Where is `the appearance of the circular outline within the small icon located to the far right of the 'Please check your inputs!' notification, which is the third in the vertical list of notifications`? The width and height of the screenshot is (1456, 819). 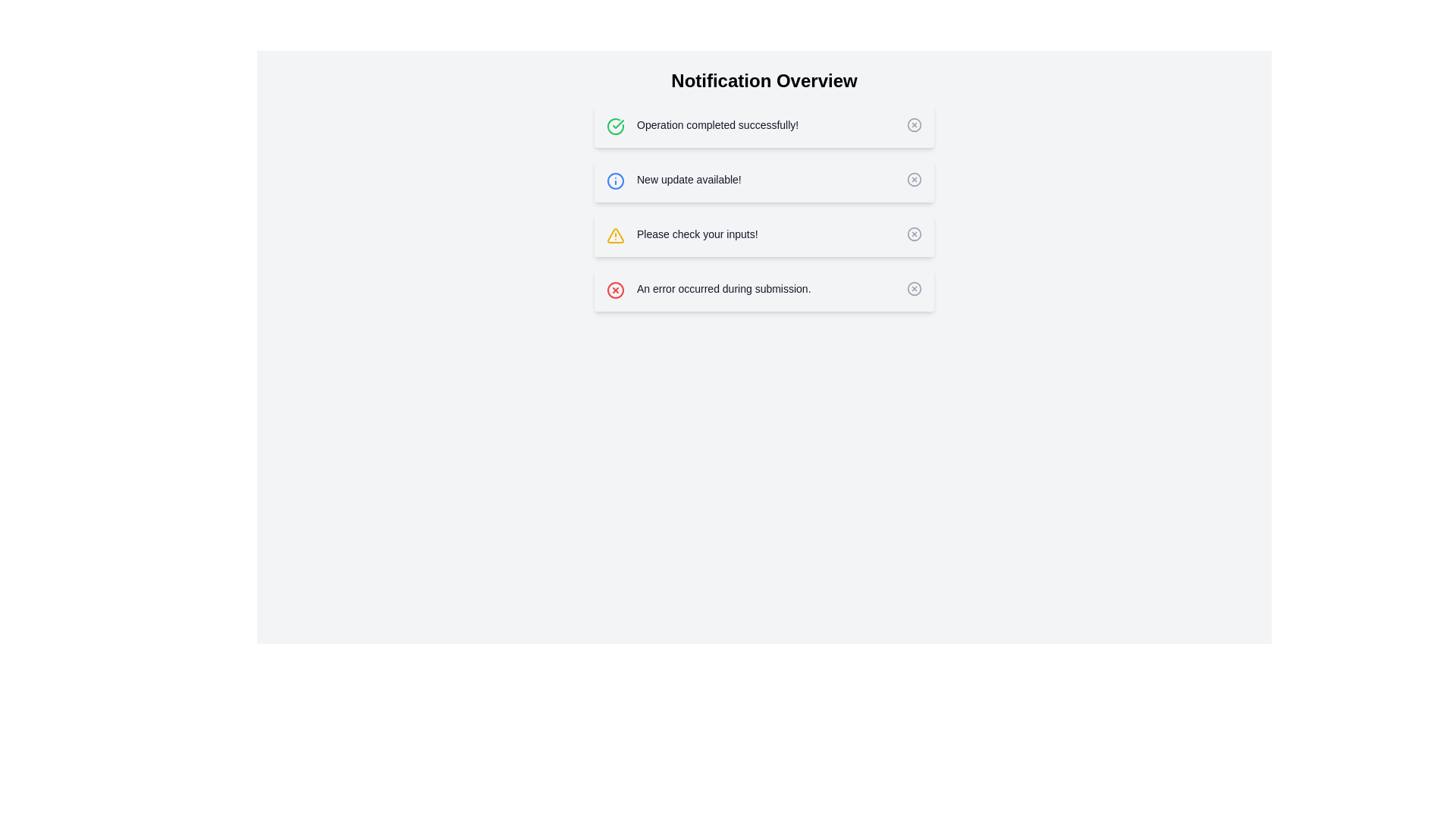 the appearance of the circular outline within the small icon located to the far right of the 'Please check your inputs!' notification, which is the third in the vertical list of notifications is located at coordinates (913, 234).